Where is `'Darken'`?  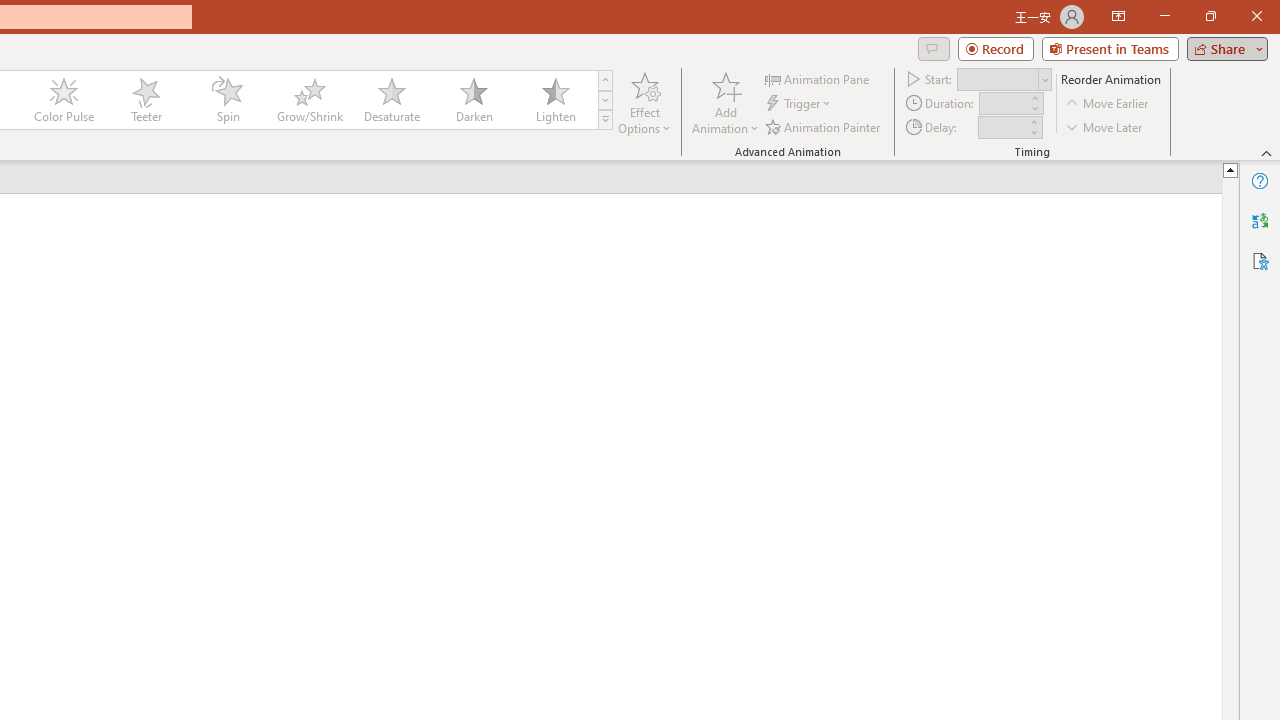
'Darken' is located at coordinates (472, 100).